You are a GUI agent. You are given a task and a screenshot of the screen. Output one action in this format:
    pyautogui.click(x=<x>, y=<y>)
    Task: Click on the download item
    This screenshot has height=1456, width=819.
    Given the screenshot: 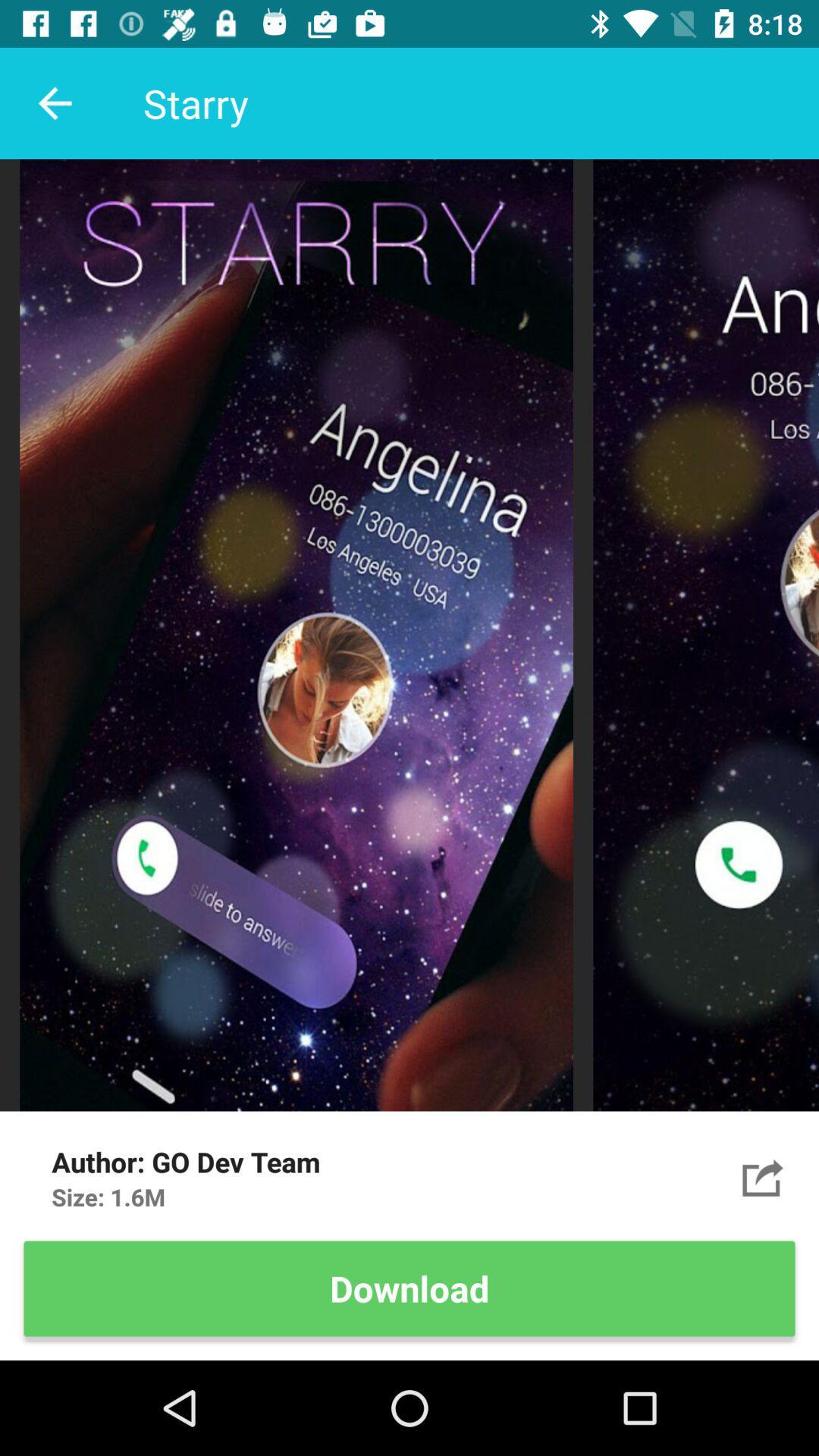 What is the action you would take?
    pyautogui.click(x=409, y=1288)
    